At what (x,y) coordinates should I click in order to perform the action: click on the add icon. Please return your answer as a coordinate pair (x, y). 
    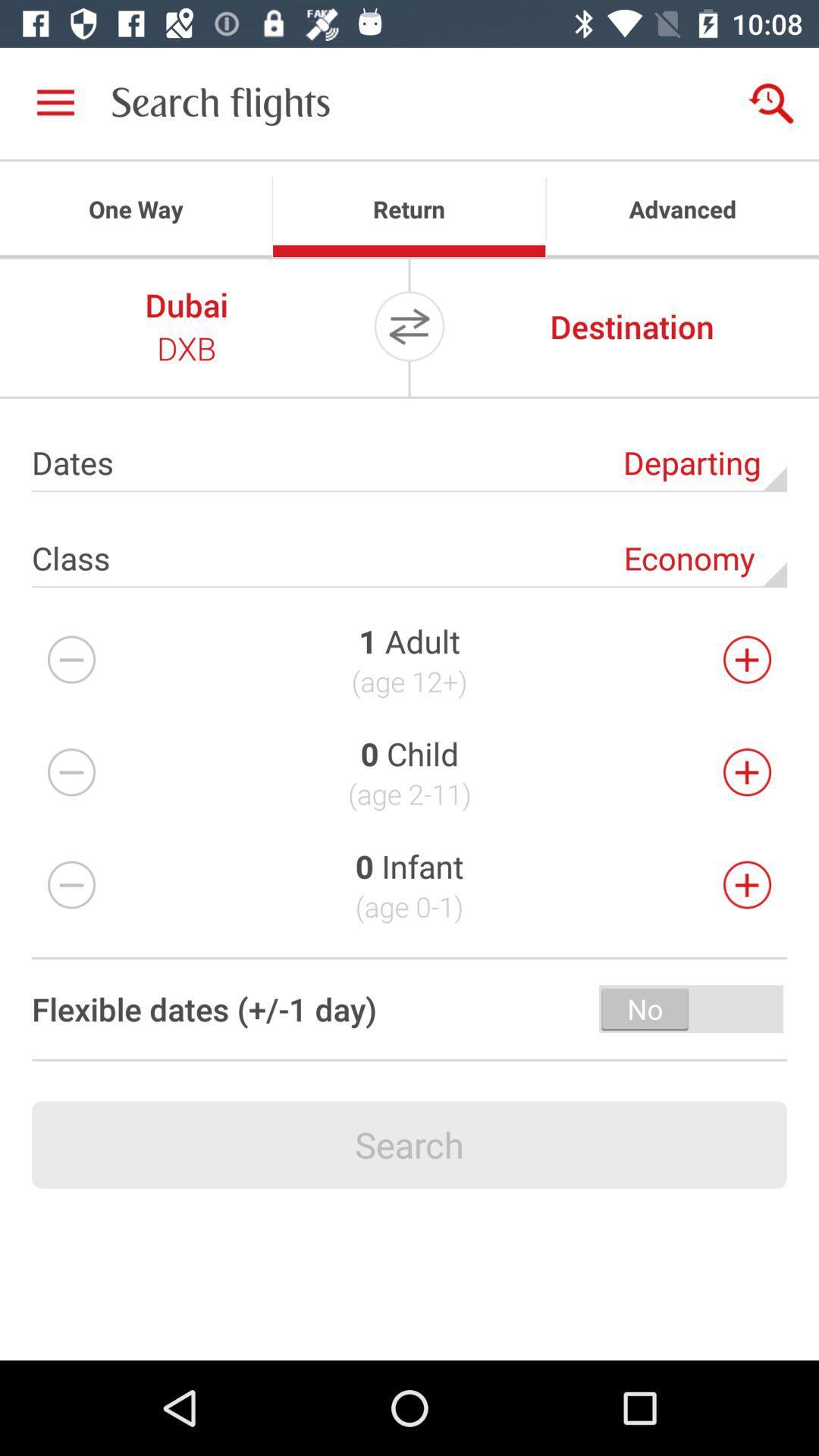
    Looking at the image, I should click on (746, 659).